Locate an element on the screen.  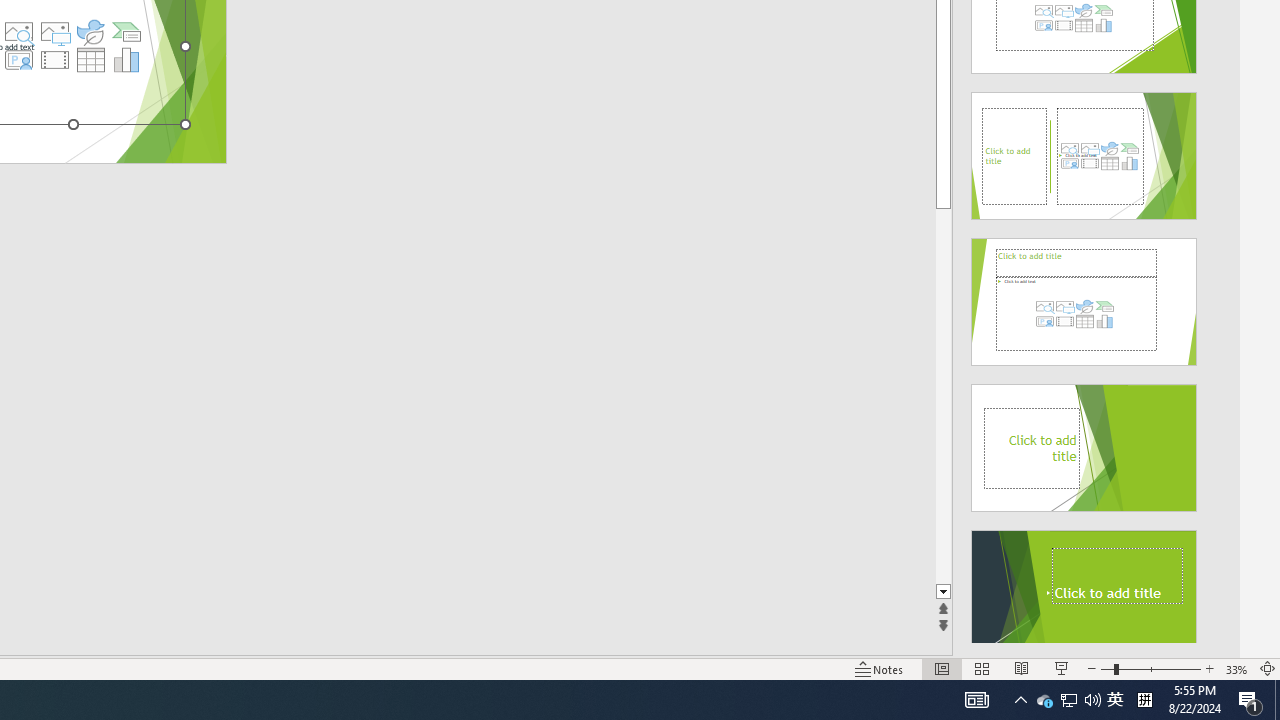
'Insert Chart' is located at coordinates (126, 59).